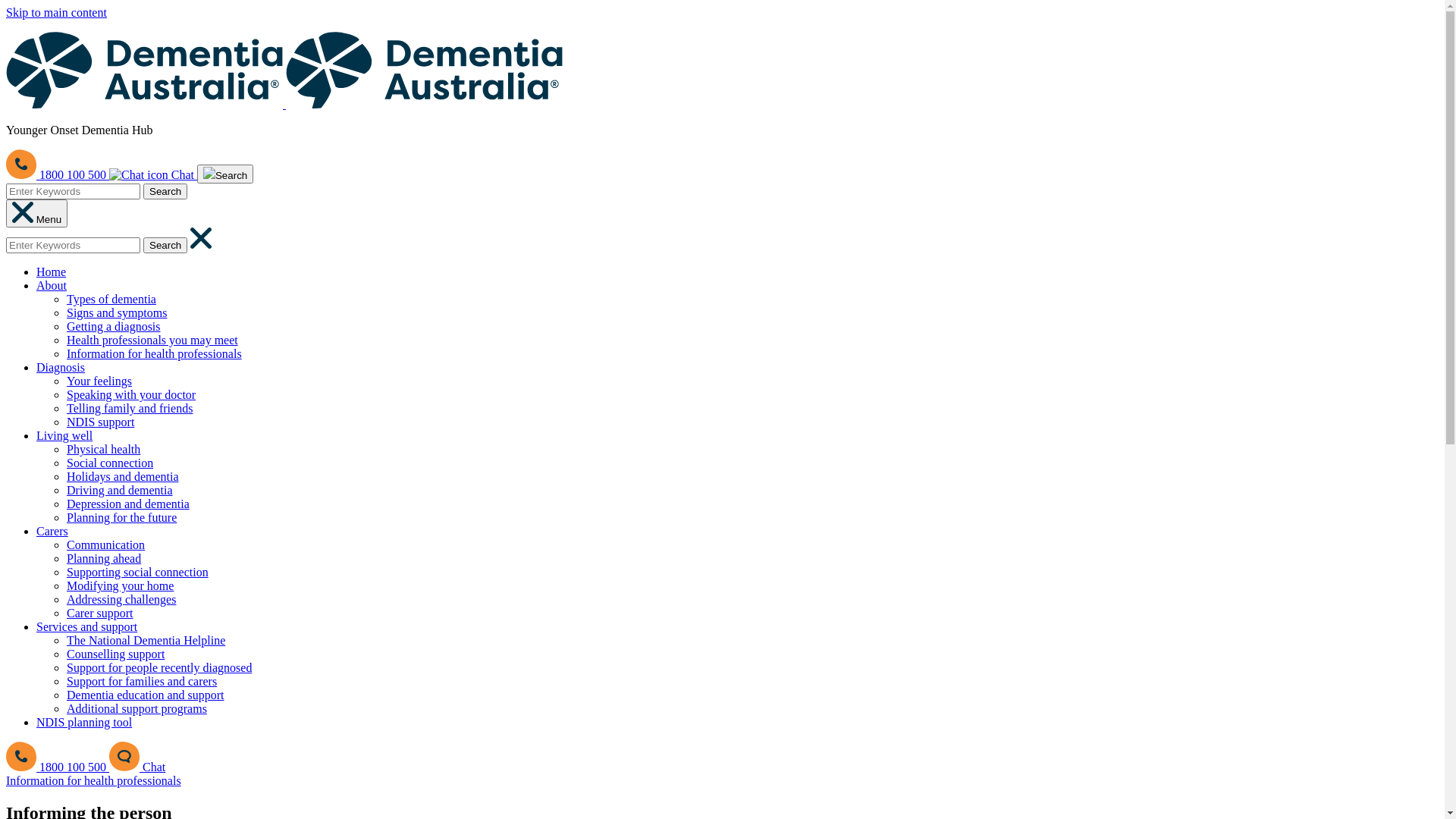  What do you see at coordinates (65, 490) in the screenshot?
I see `'Driving and dementia'` at bounding box center [65, 490].